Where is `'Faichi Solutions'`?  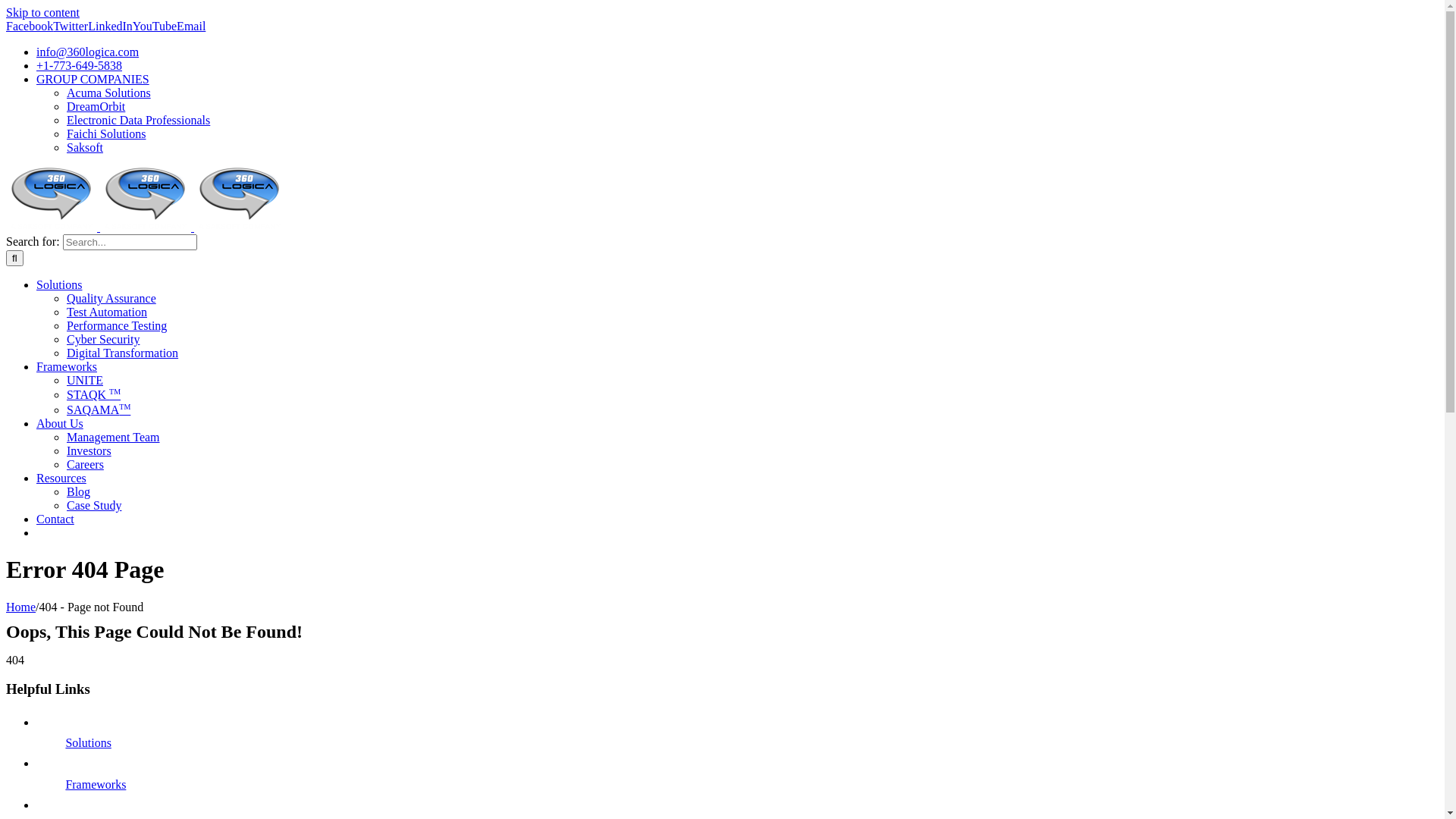
'Faichi Solutions' is located at coordinates (105, 133).